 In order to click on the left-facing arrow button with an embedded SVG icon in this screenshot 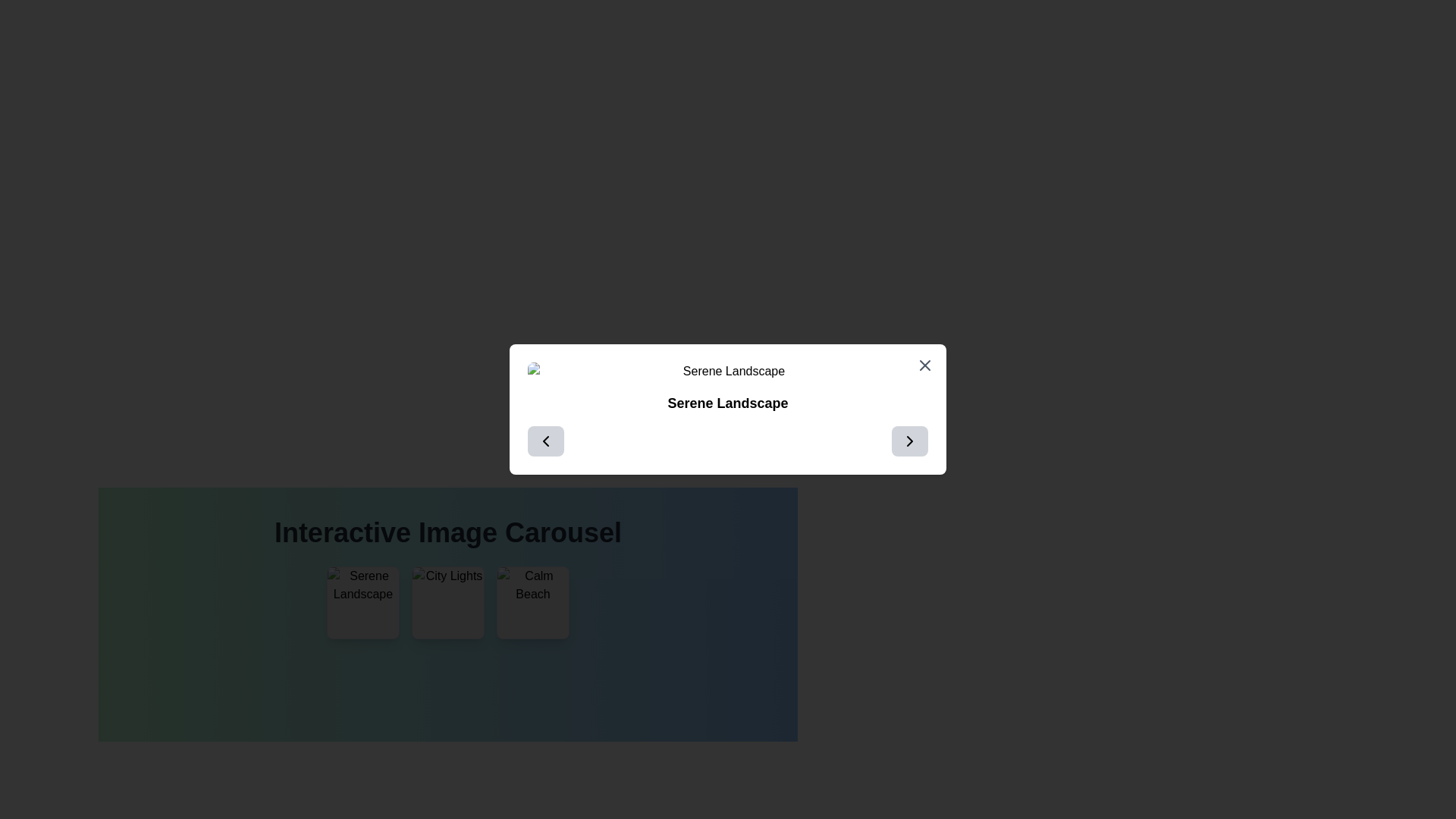, I will do `click(546, 441)`.